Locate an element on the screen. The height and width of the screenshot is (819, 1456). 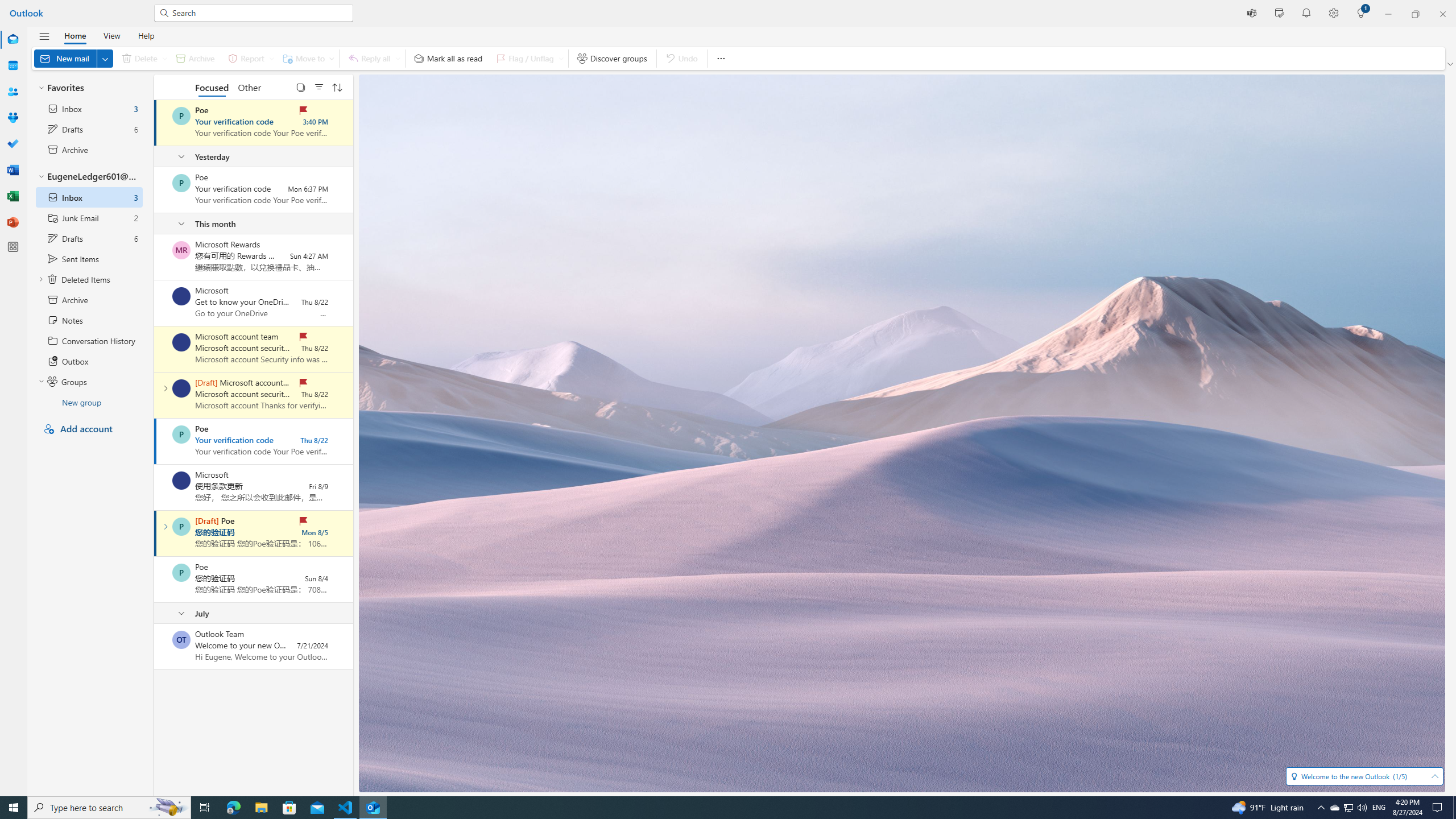
'New mail' is located at coordinates (73, 58).